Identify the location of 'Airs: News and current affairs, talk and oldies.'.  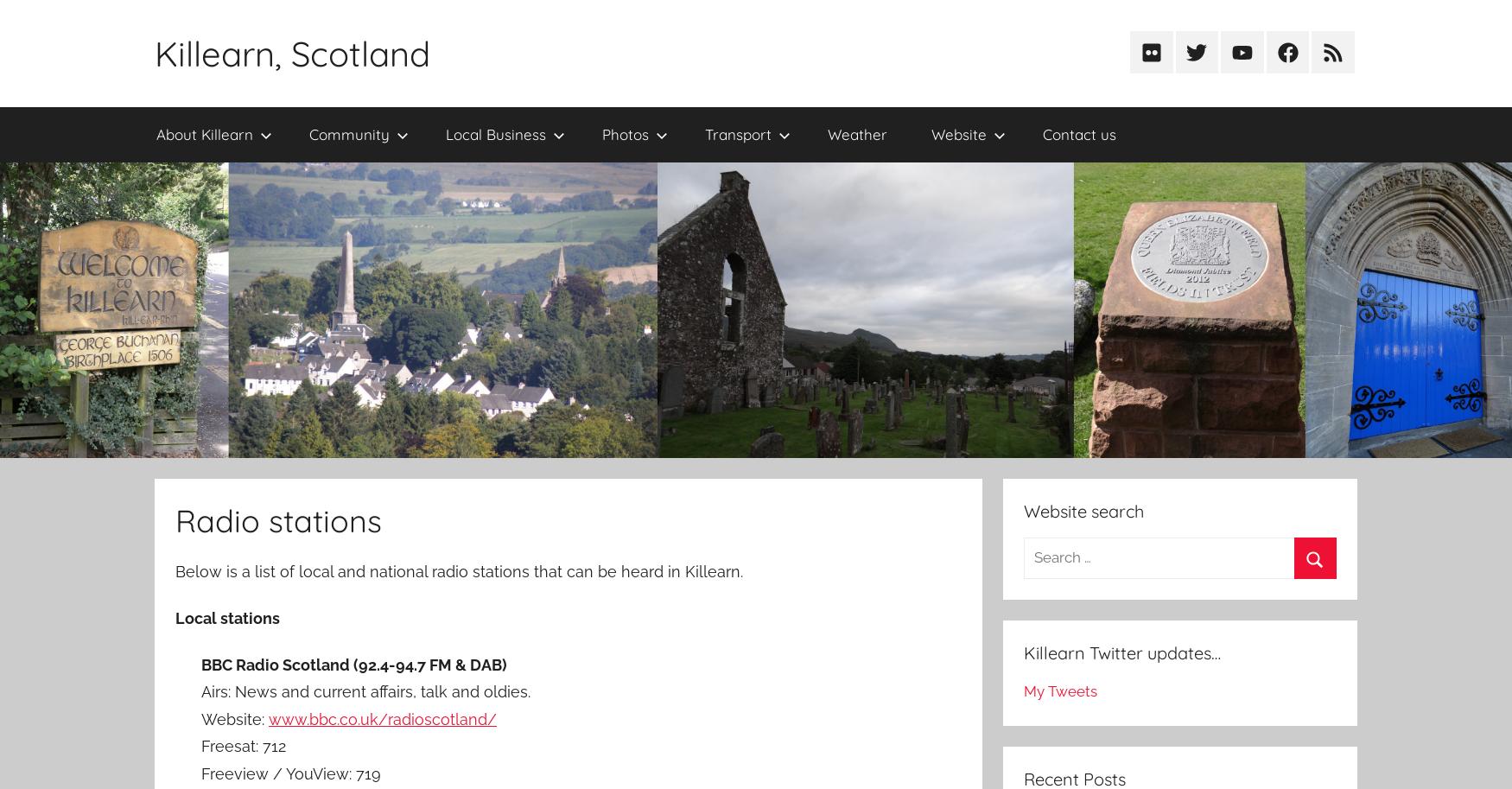
(365, 690).